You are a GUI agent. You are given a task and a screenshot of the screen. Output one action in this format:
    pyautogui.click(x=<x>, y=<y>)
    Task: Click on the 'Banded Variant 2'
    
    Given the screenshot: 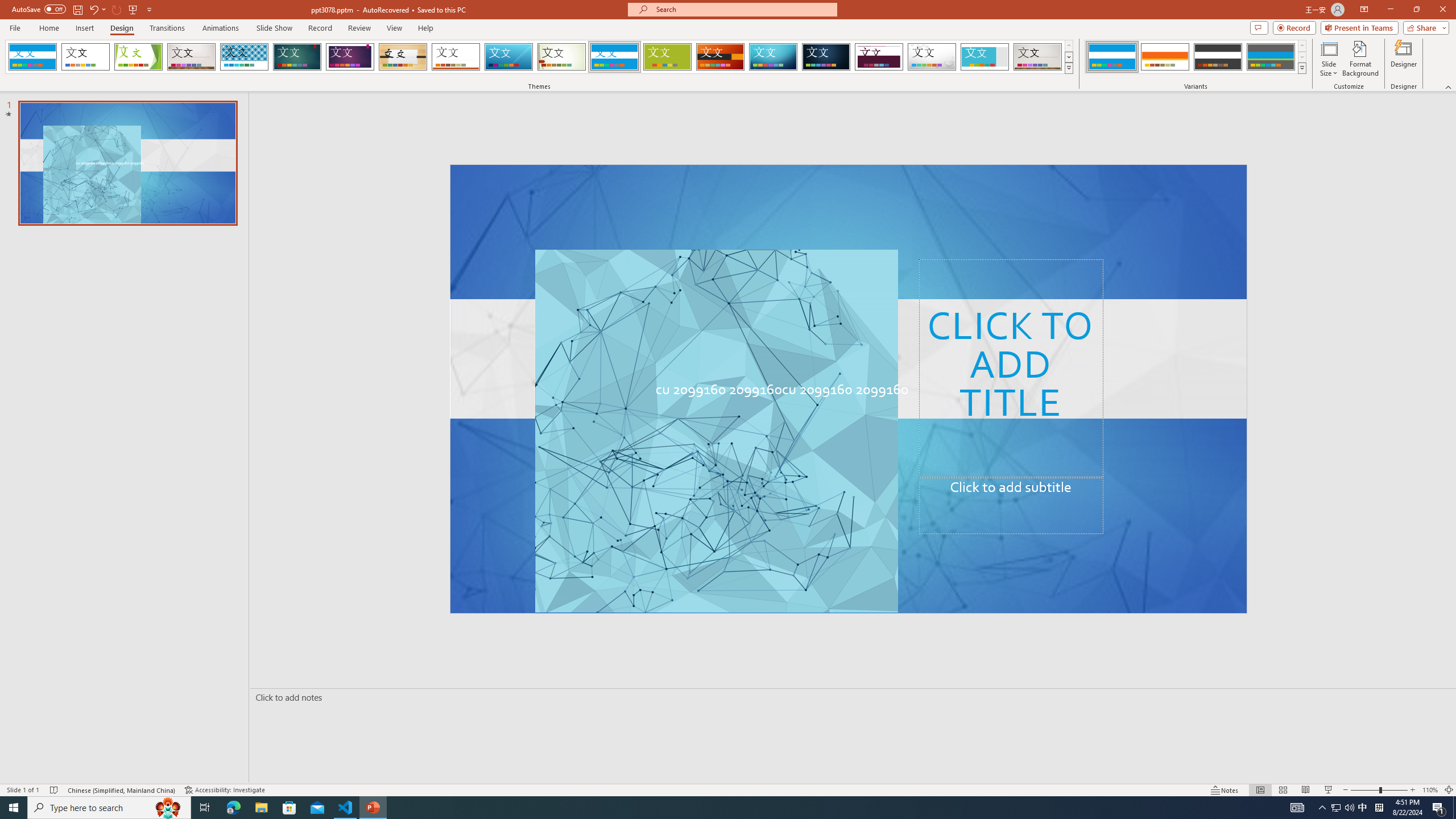 What is the action you would take?
    pyautogui.click(x=1164, y=56)
    